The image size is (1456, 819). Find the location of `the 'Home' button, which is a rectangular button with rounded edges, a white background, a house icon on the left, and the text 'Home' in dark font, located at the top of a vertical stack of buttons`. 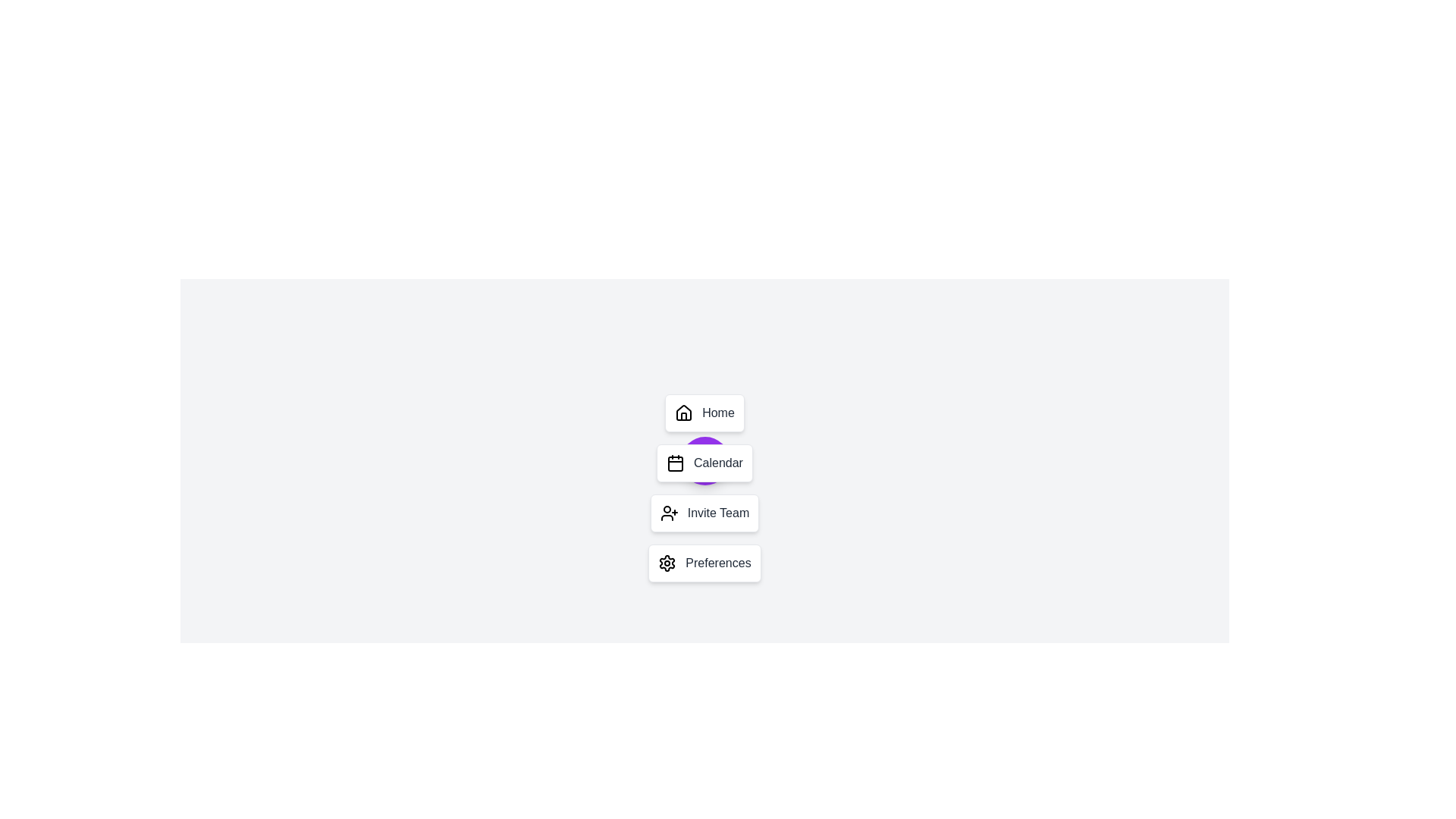

the 'Home' button, which is a rectangular button with rounded edges, a white background, a house icon on the left, and the text 'Home' in dark font, located at the top of a vertical stack of buttons is located at coordinates (704, 413).